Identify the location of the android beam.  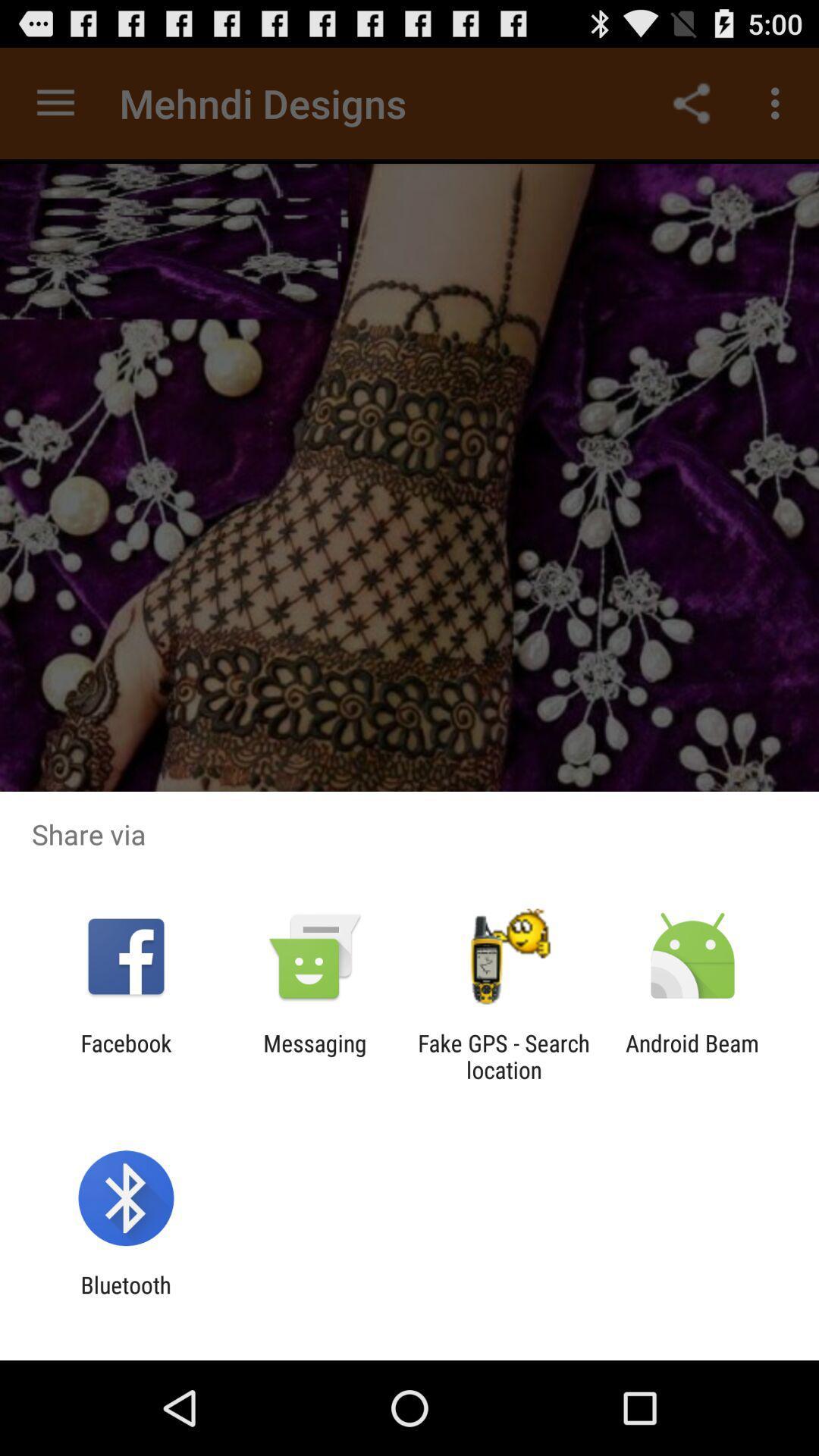
(692, 1056).